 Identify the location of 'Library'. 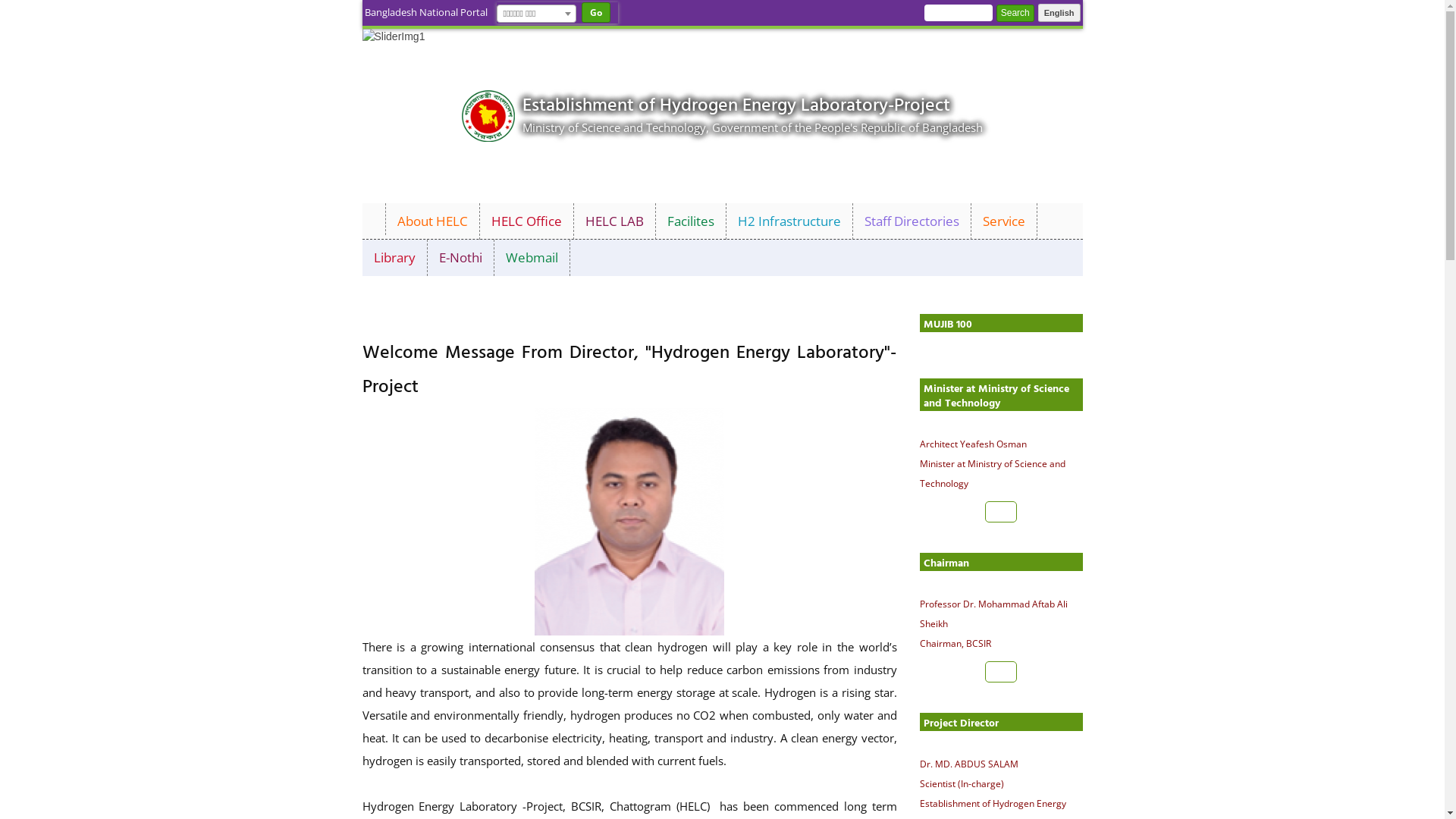
(395, 256).